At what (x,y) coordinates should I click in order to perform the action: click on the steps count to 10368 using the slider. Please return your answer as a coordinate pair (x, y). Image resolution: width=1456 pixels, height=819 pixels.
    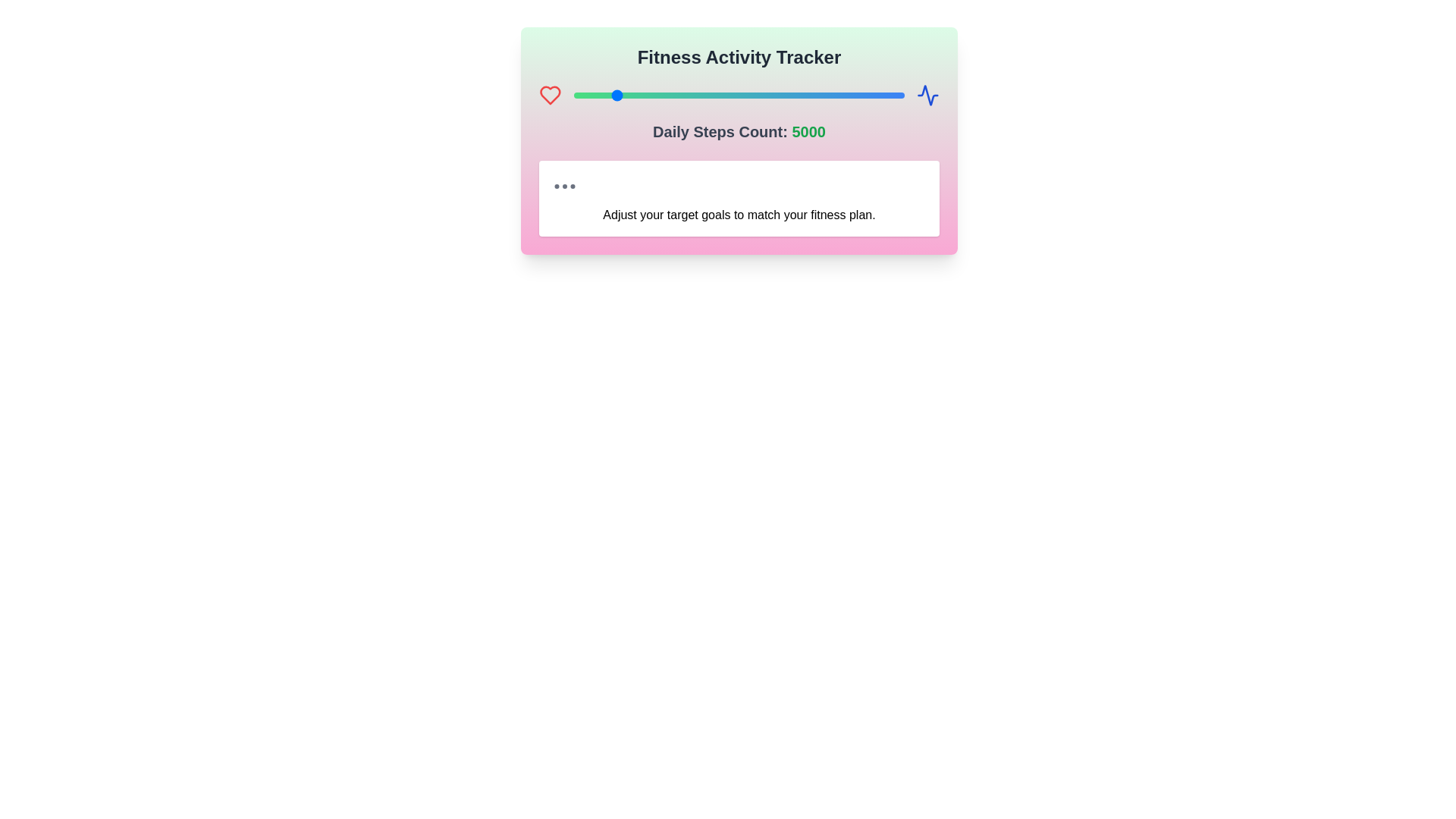
    Looking at the image, I should click on (716, 96).